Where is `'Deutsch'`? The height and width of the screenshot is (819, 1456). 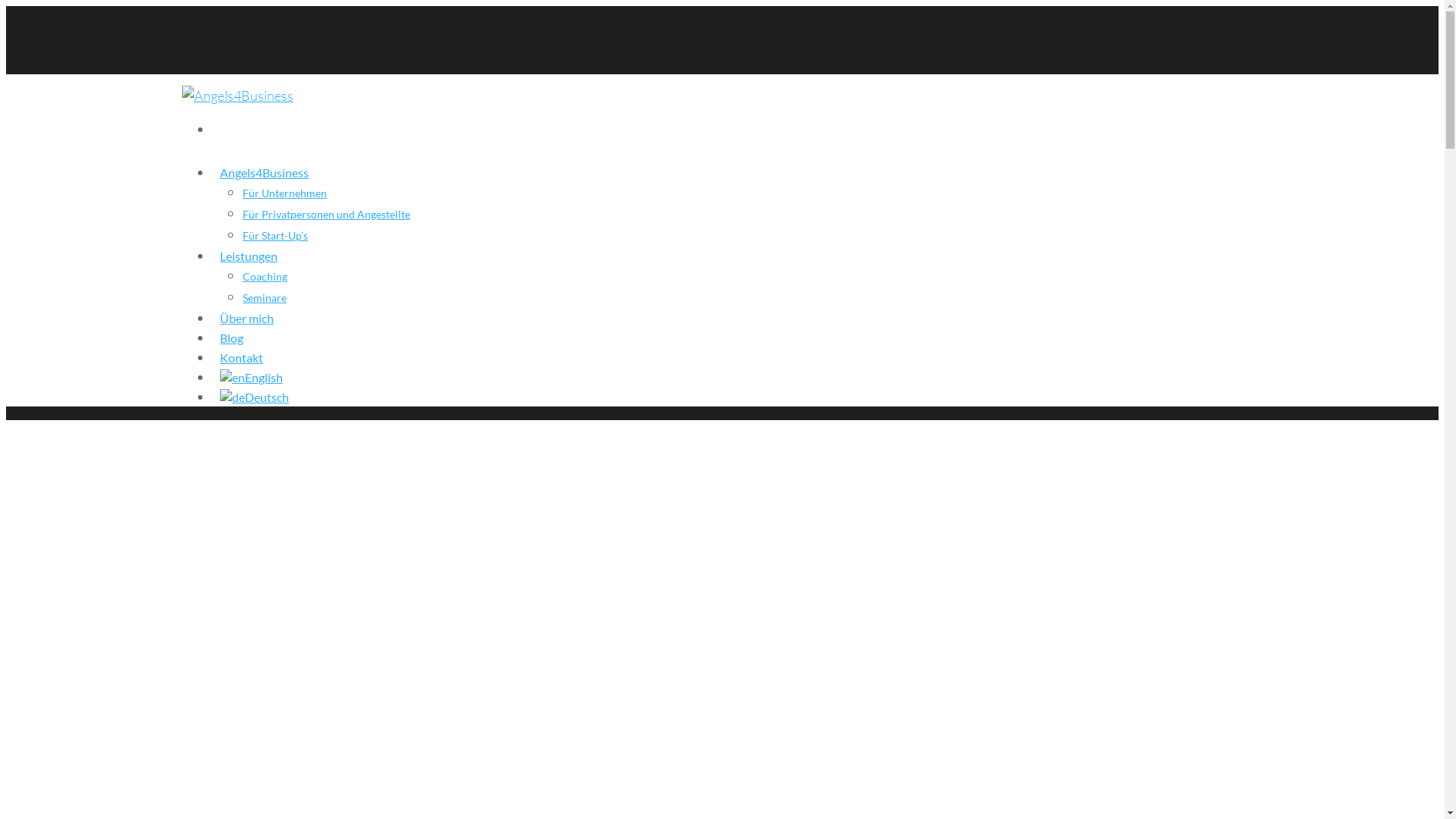
'Deutsch' is located at coordinates (254, 402).